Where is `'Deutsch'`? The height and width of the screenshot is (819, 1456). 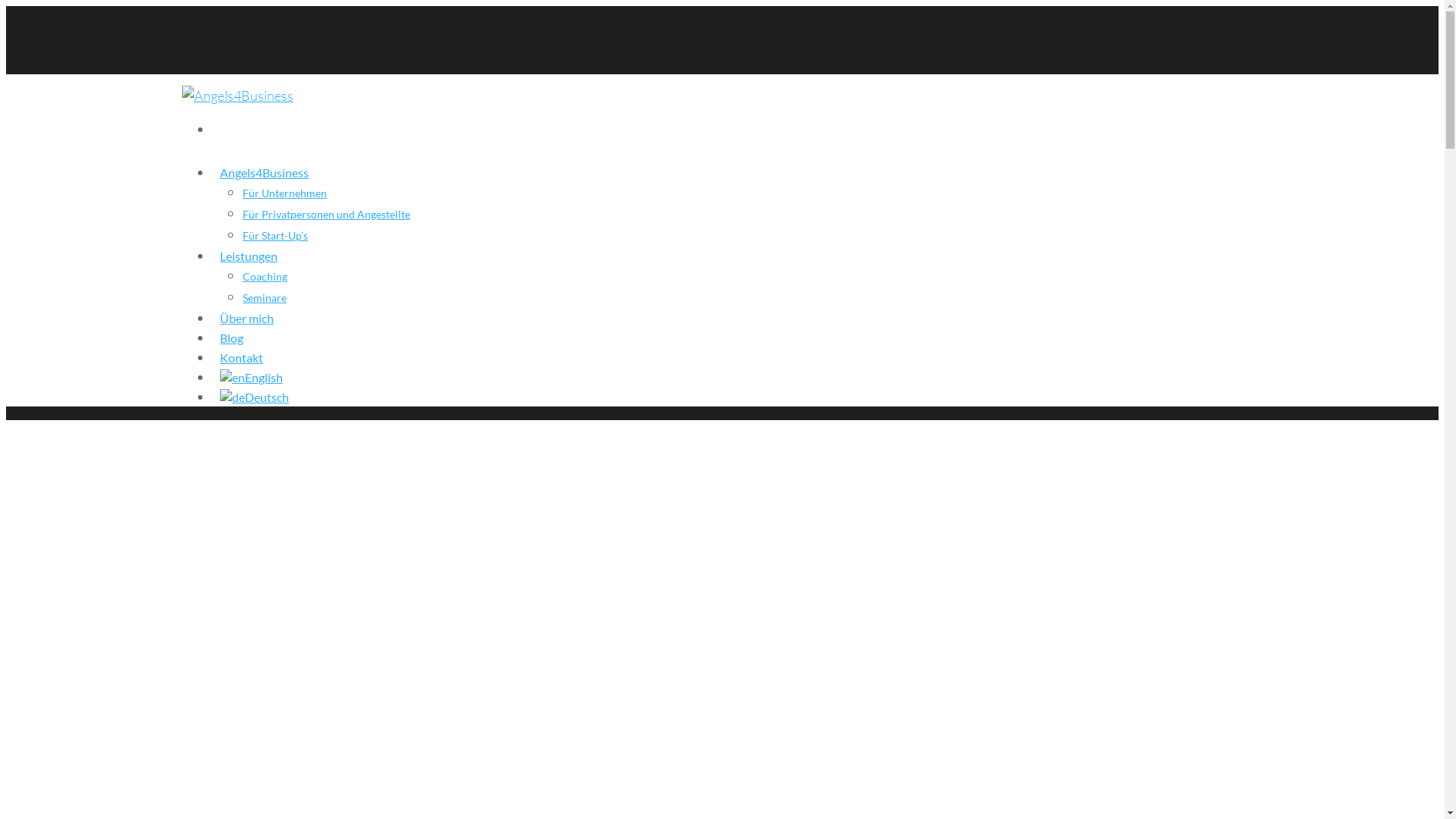
'Deutsch' is located at coordinates (254, 402).